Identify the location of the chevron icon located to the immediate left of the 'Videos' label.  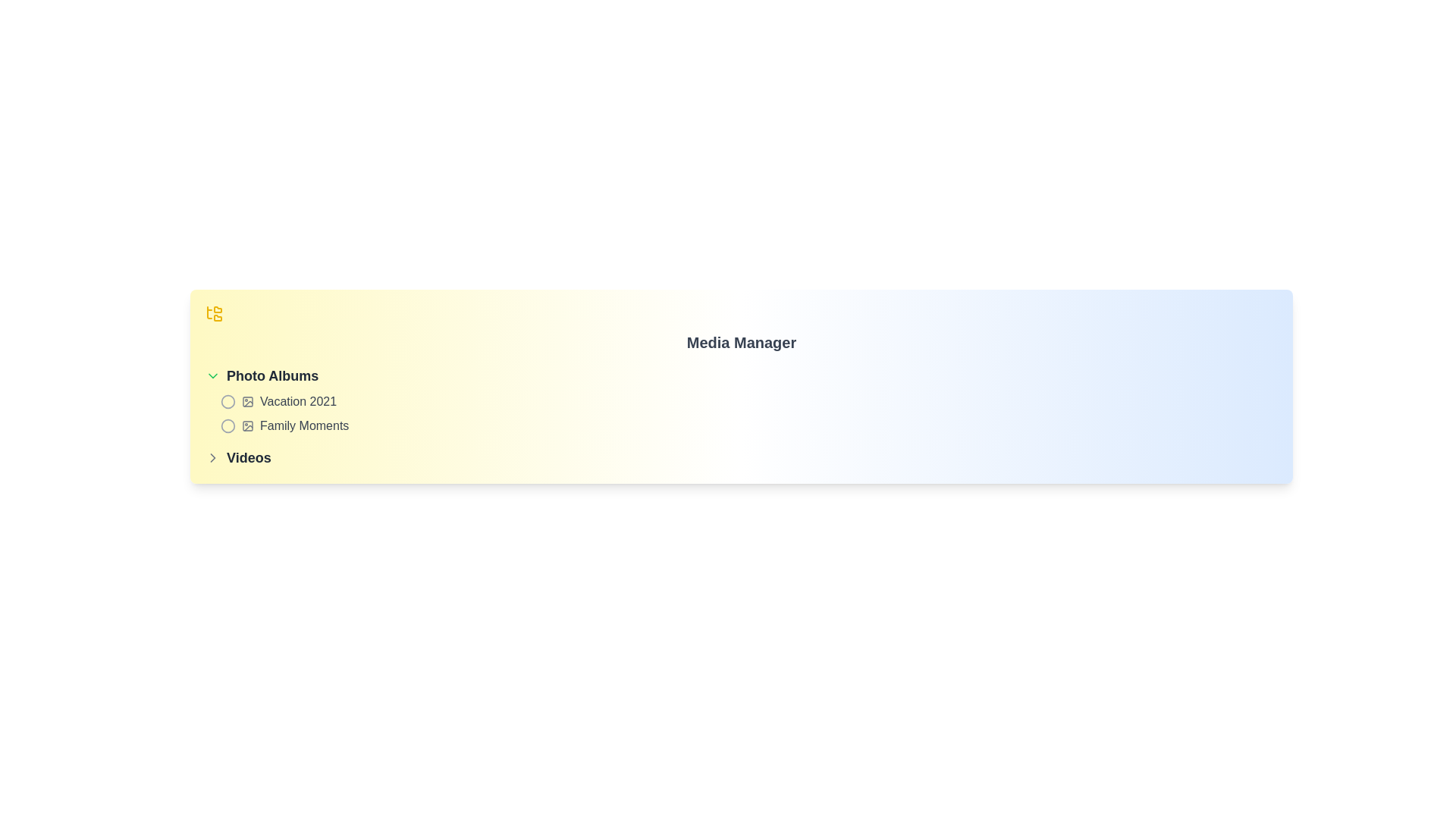
(212, 457).